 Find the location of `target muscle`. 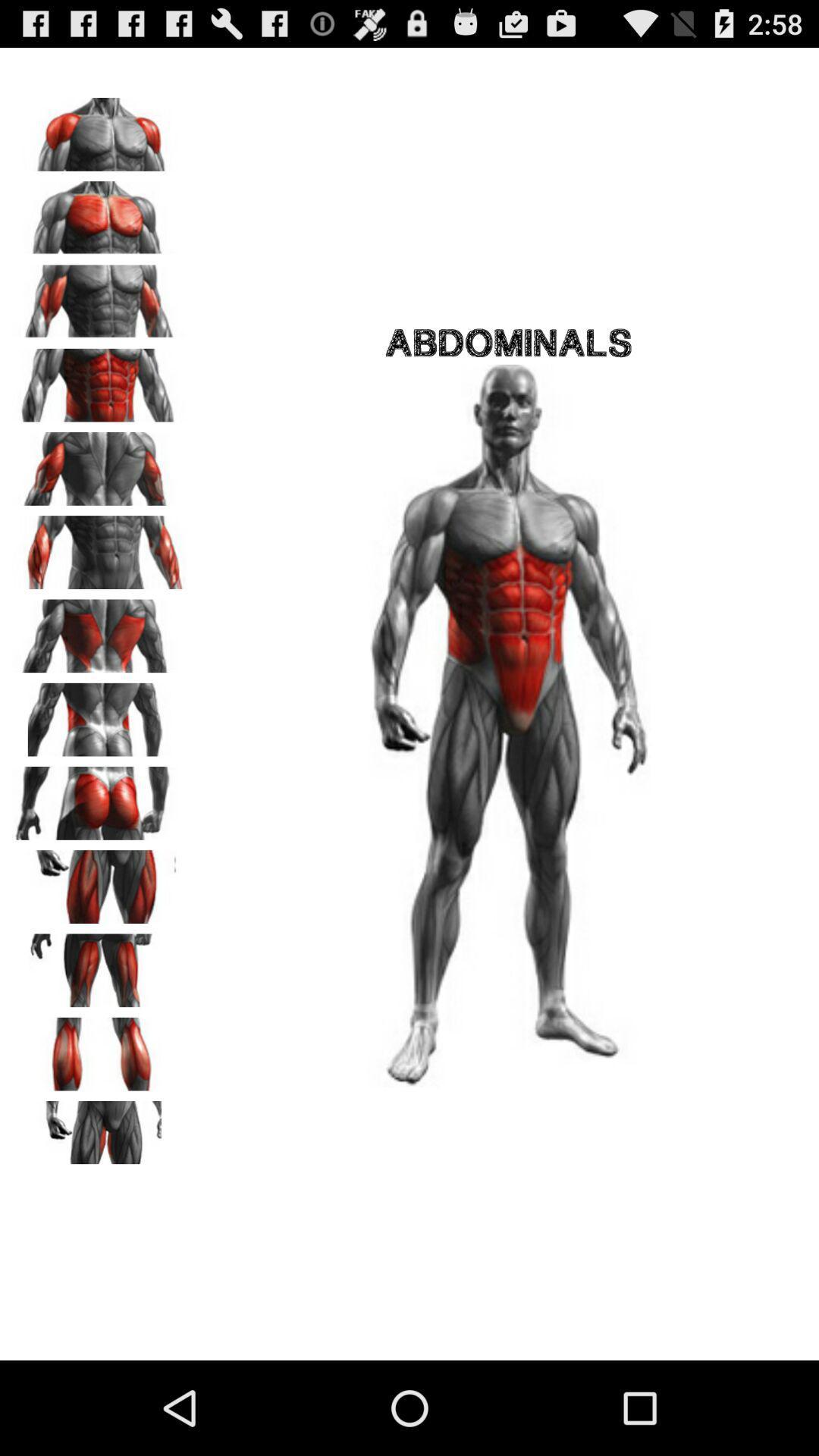

target muscle is located at coordinates (99, 297).